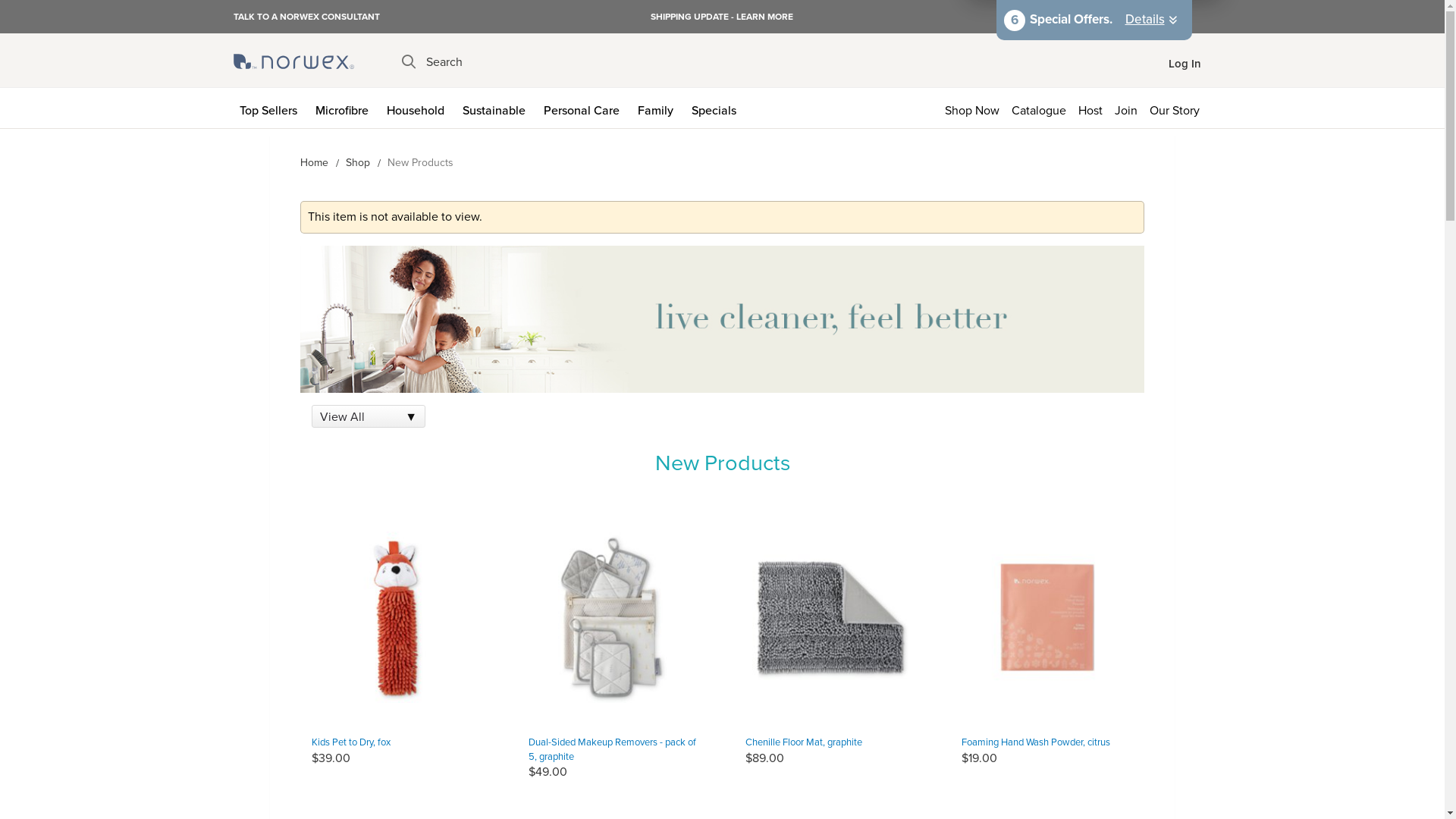  What do you see at coordinates (720, 17) in the screenshot?
I see `'SHIPPING UPDATE - LEARN MORE'` at bounding box center [720, 17].